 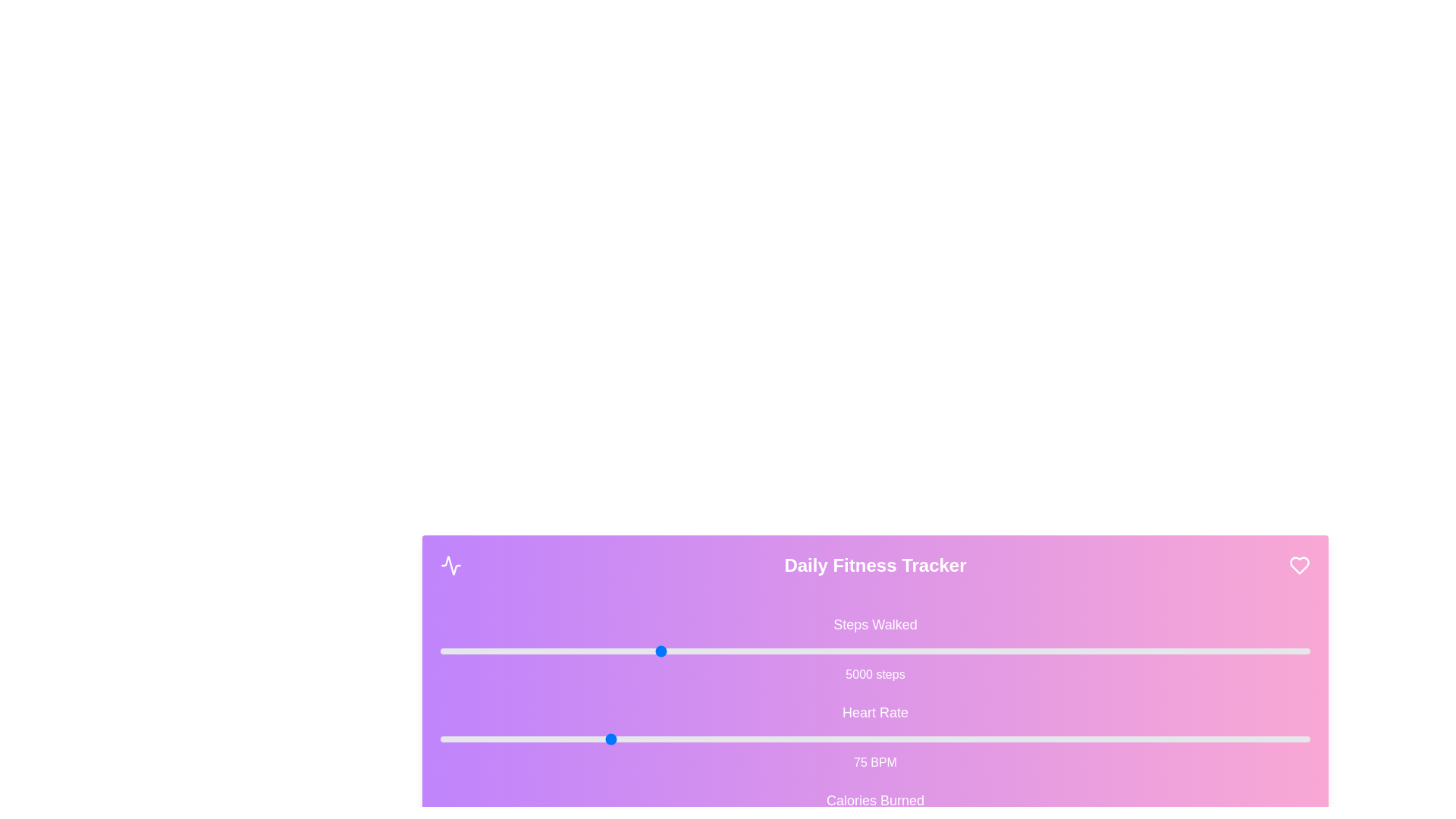 What do you see at coordinates (1048, 739) in the screenshot?
I see `the 'Heart Rate' slider to 141 BPM` at bounding box center [1048, 739].